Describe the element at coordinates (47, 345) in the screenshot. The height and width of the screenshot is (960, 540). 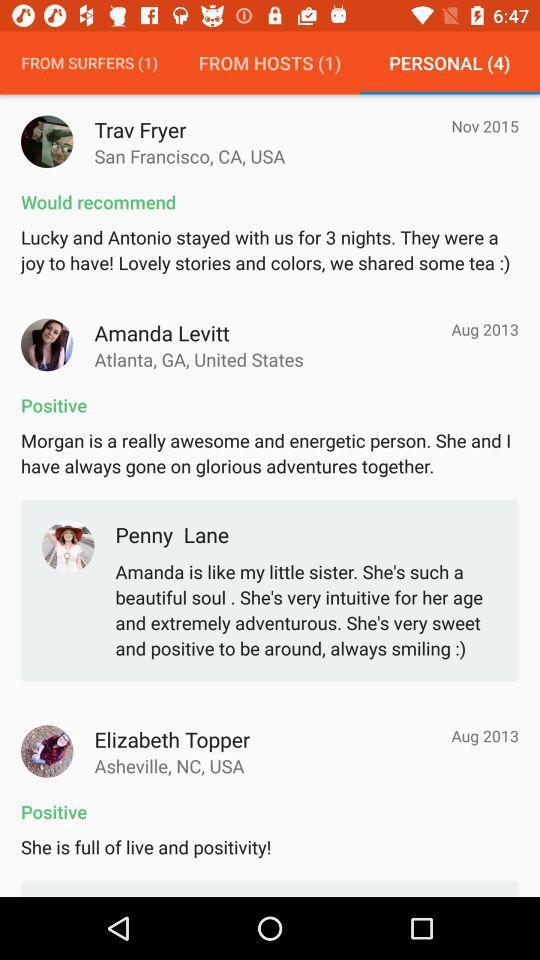
I see `picture next to the name` at that location.